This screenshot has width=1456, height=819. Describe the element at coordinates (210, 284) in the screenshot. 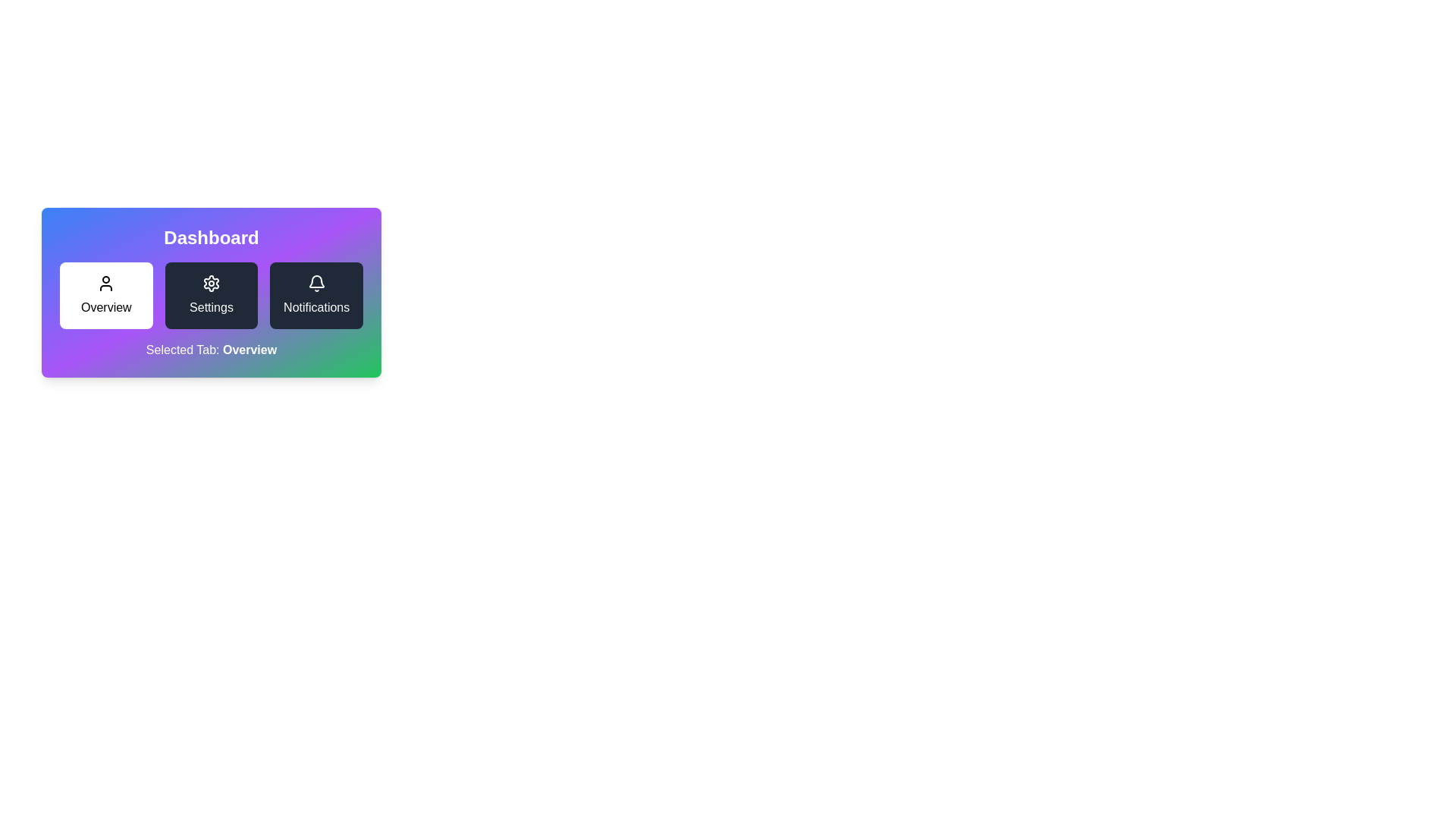

I see `the configuration icon resembling a gear located in the middle tab labeled 'Settings' in the main navigation bar` at that location.